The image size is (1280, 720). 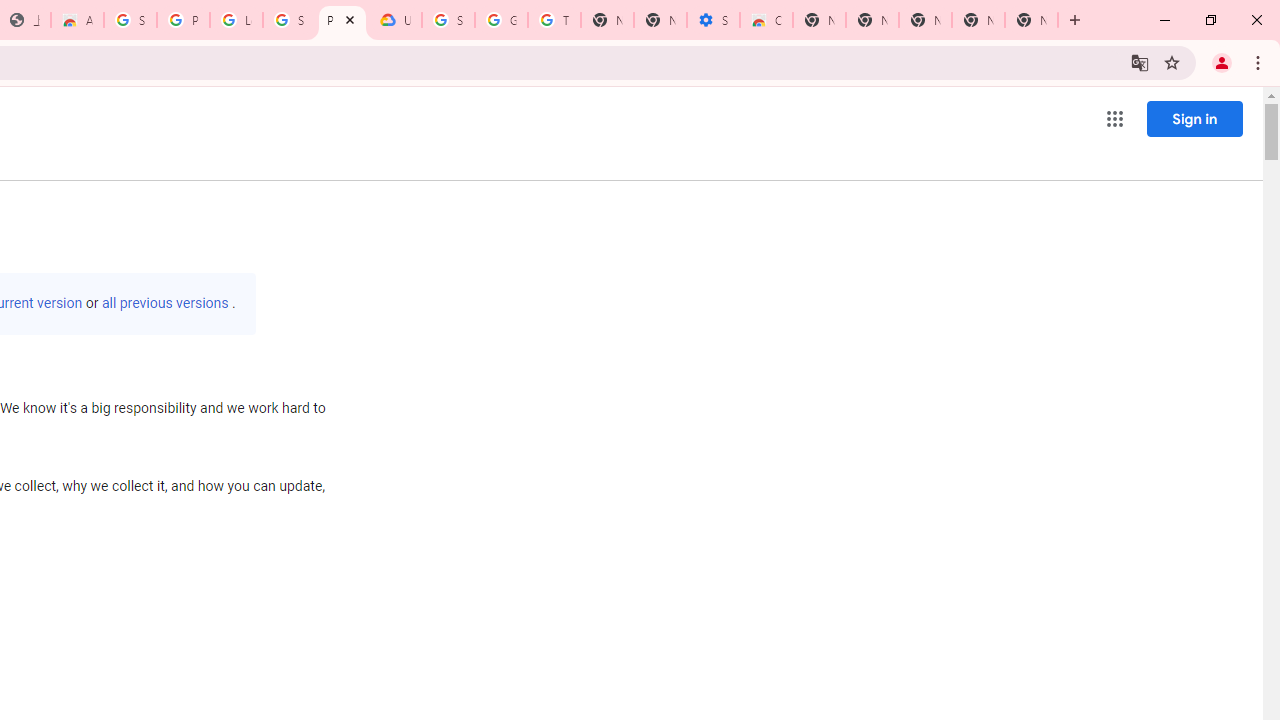 What do you see at coordinates (765, 20) in the screenshot?
I see `'Chrome Web Store - Accessibility extensions'` at bounding box center [765, 20].